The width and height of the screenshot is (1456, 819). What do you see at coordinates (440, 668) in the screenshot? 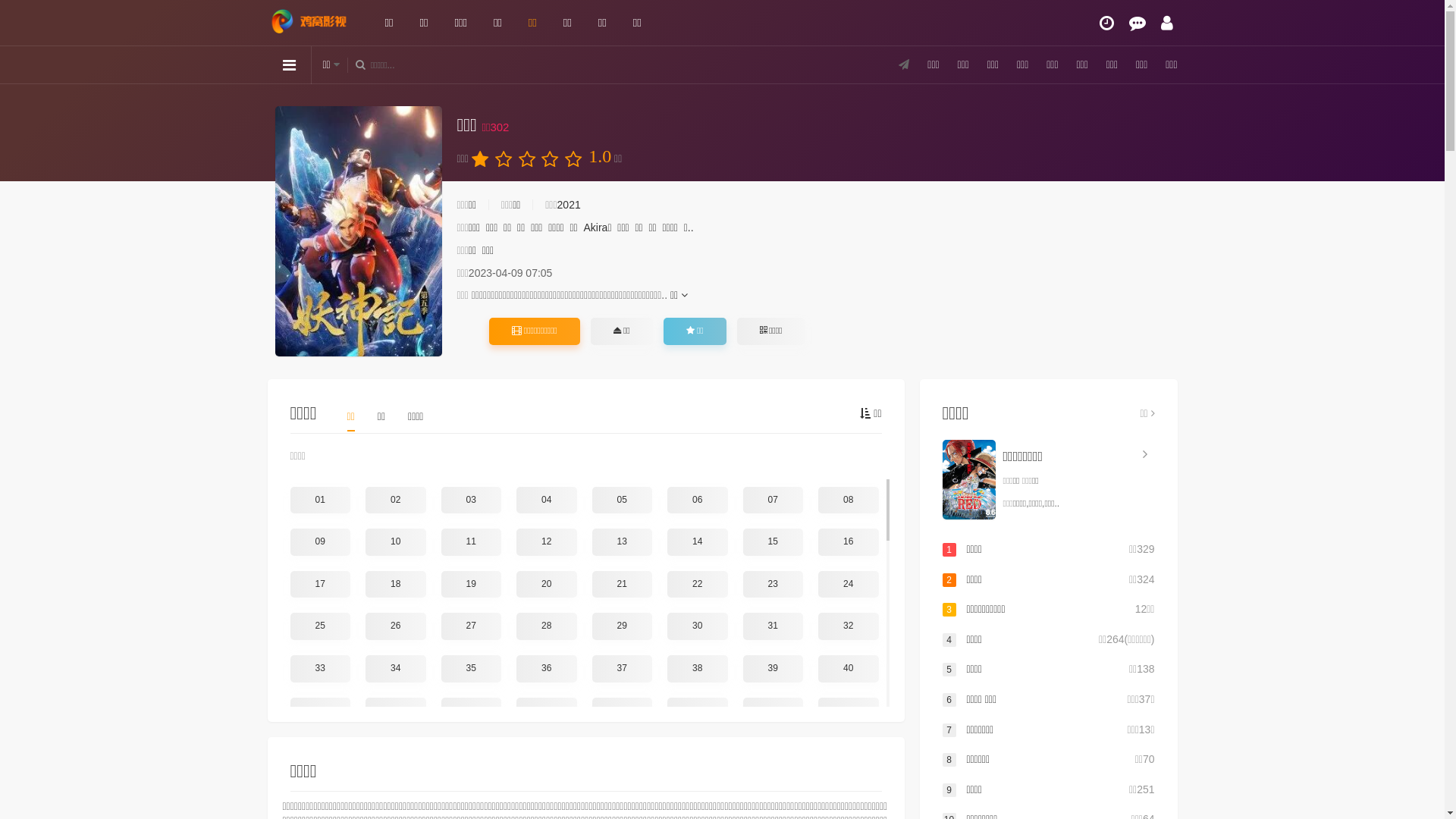
I see `'35'` at bounding box center [440, 668].